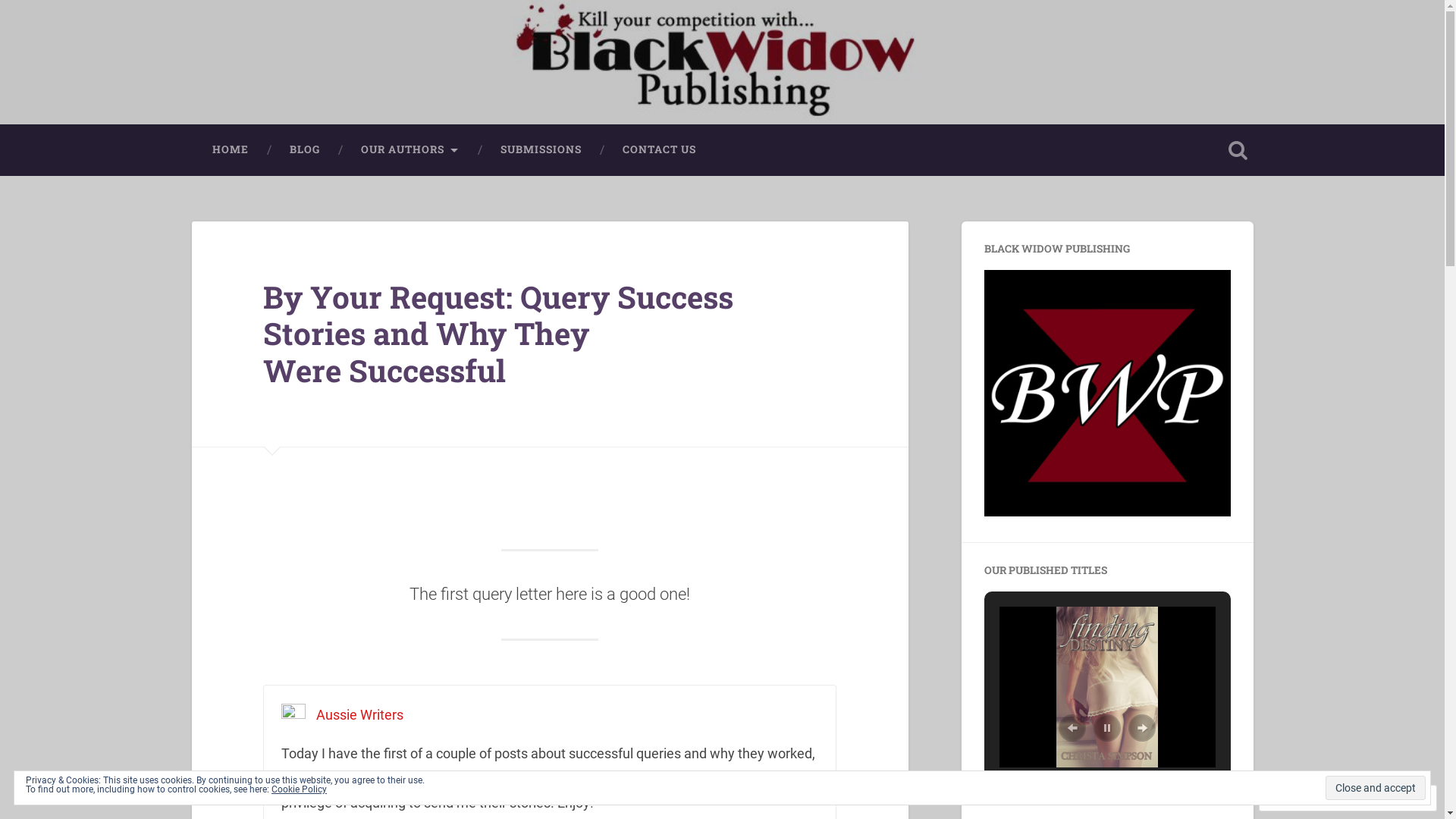  What do you see at coordinates (1106, 687) in the screenshot?
I see `'Finding Destiny &#8211;&nbsp;e-cover2'` at bounding box center [1106, 687].